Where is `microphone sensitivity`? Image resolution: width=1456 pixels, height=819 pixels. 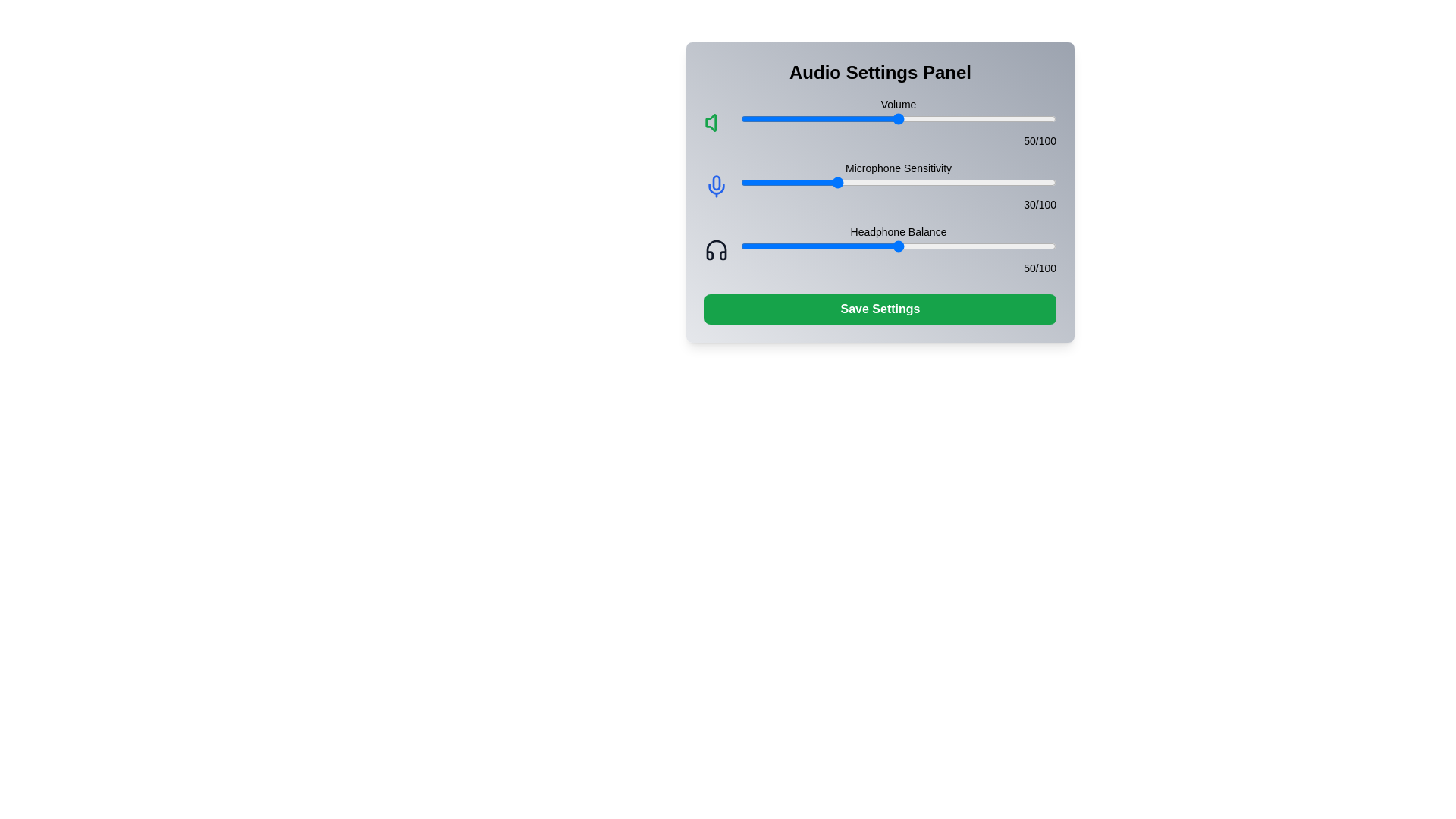
microphone sensitivity is located at coordinates (889, 181).